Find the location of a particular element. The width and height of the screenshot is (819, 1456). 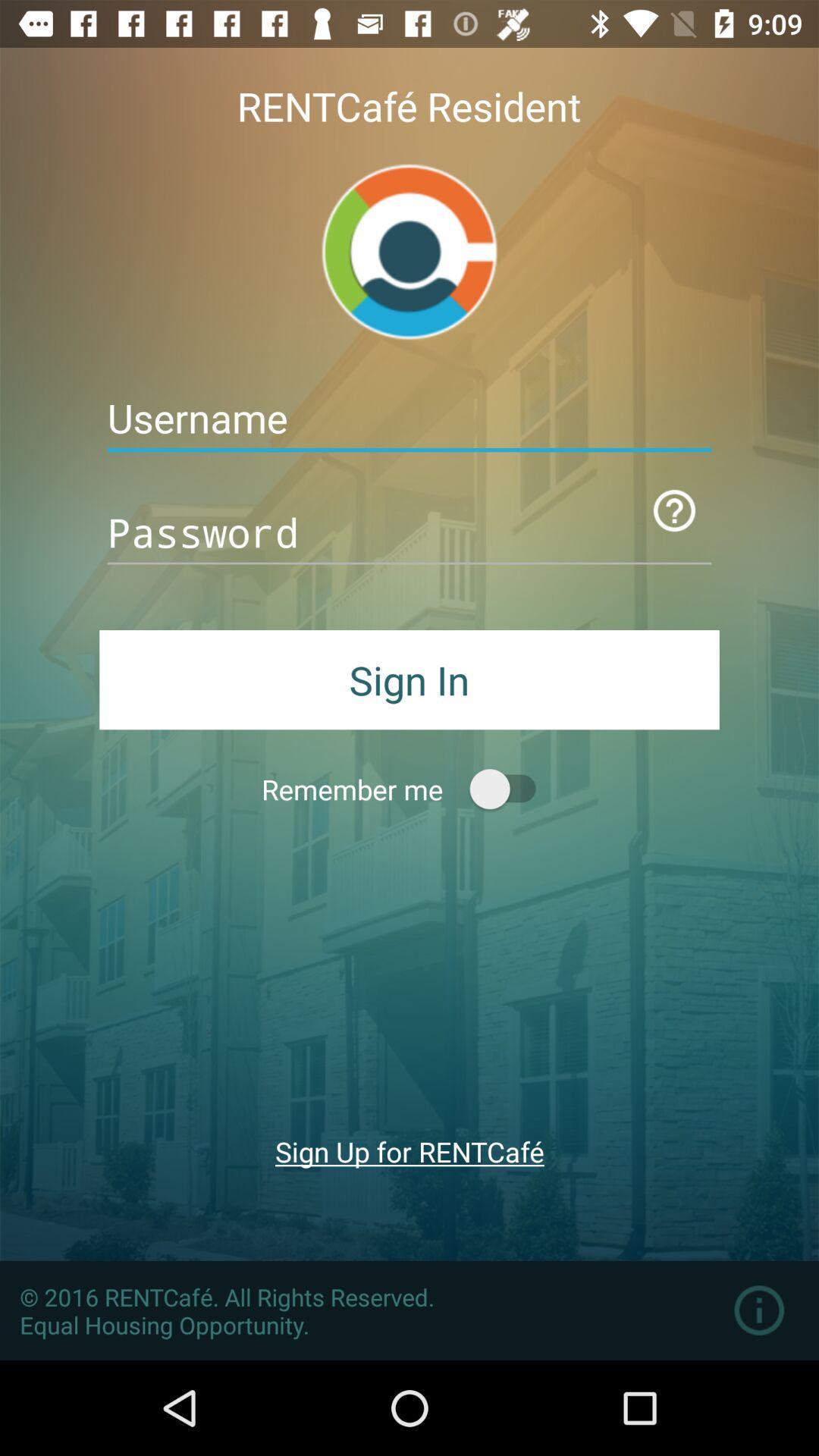

remember me turned off is located at coordinates (510, 789).